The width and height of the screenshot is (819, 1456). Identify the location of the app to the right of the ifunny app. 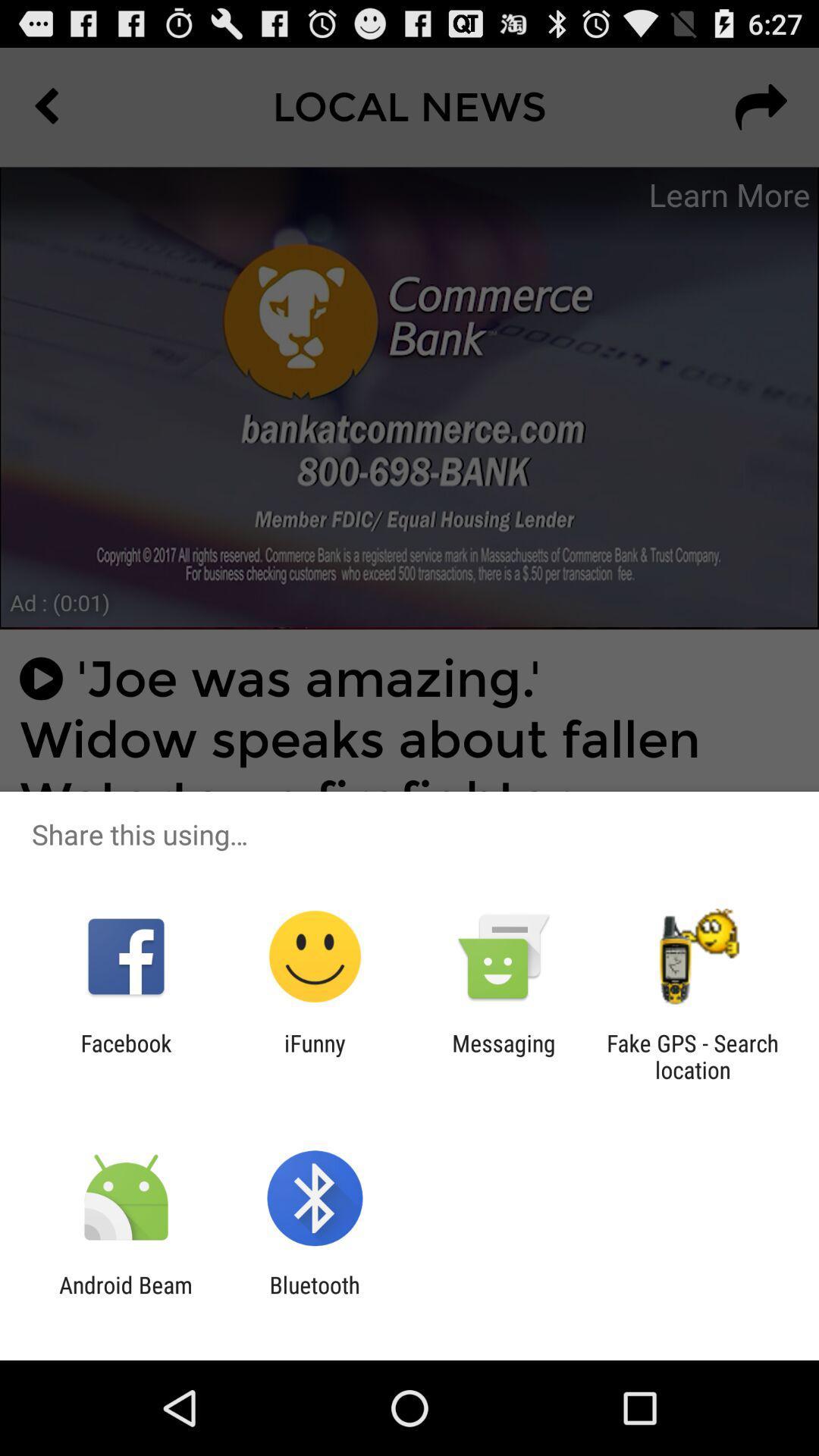
(504, 1056).